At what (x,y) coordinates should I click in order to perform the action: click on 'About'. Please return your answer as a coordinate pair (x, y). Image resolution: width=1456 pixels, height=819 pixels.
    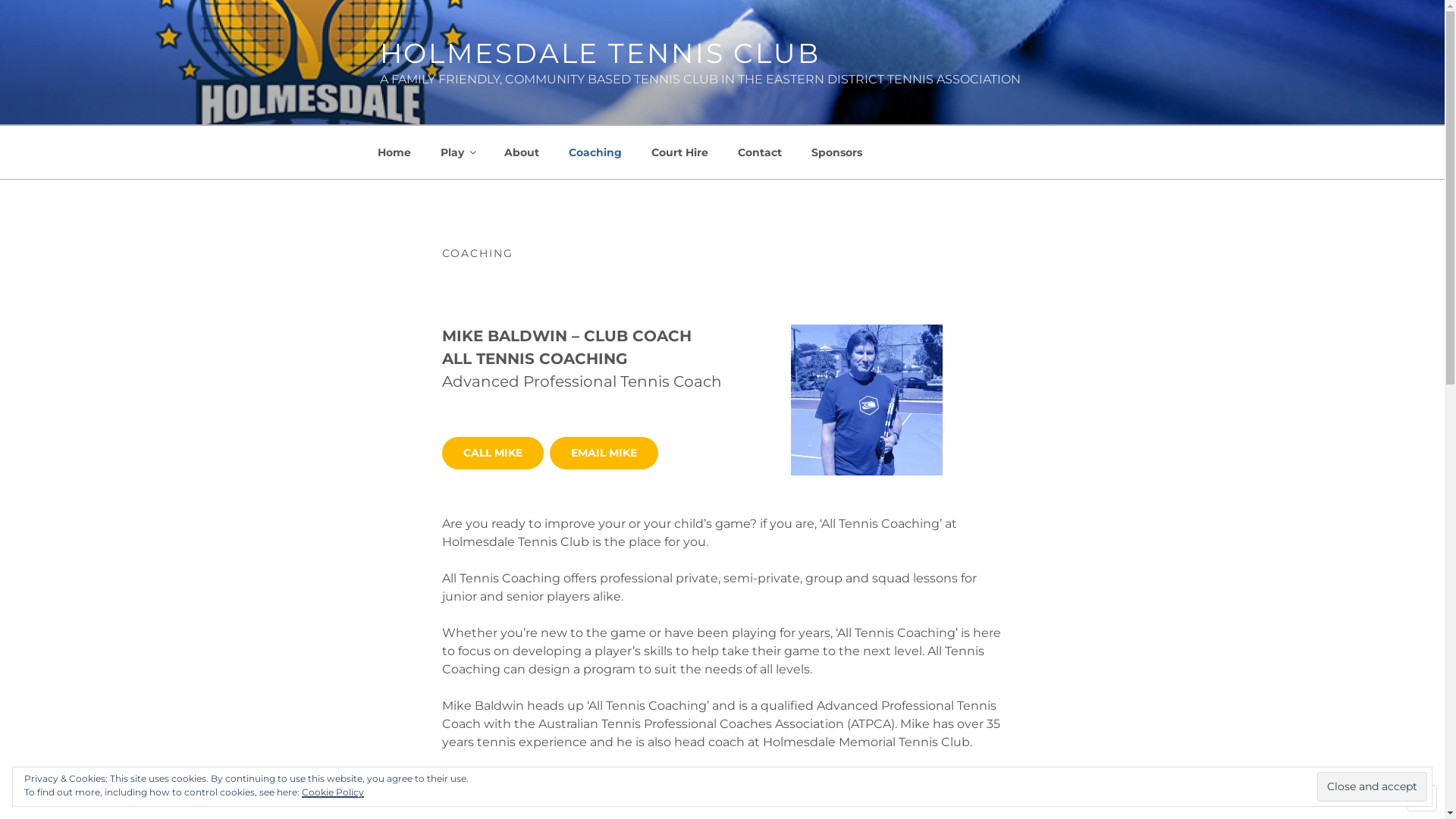
    Looking at the image, I should click on (522, 152).